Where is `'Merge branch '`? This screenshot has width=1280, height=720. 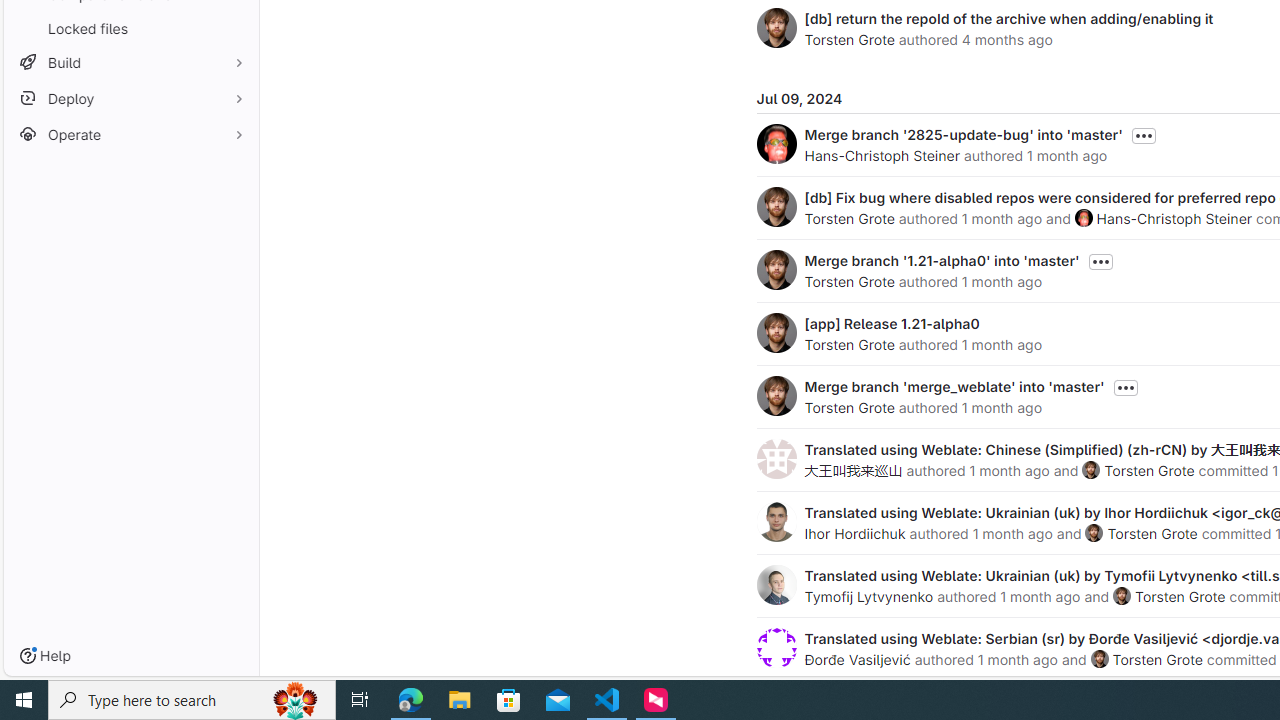 'Merge branch ' is located at coordinates (941, 259).